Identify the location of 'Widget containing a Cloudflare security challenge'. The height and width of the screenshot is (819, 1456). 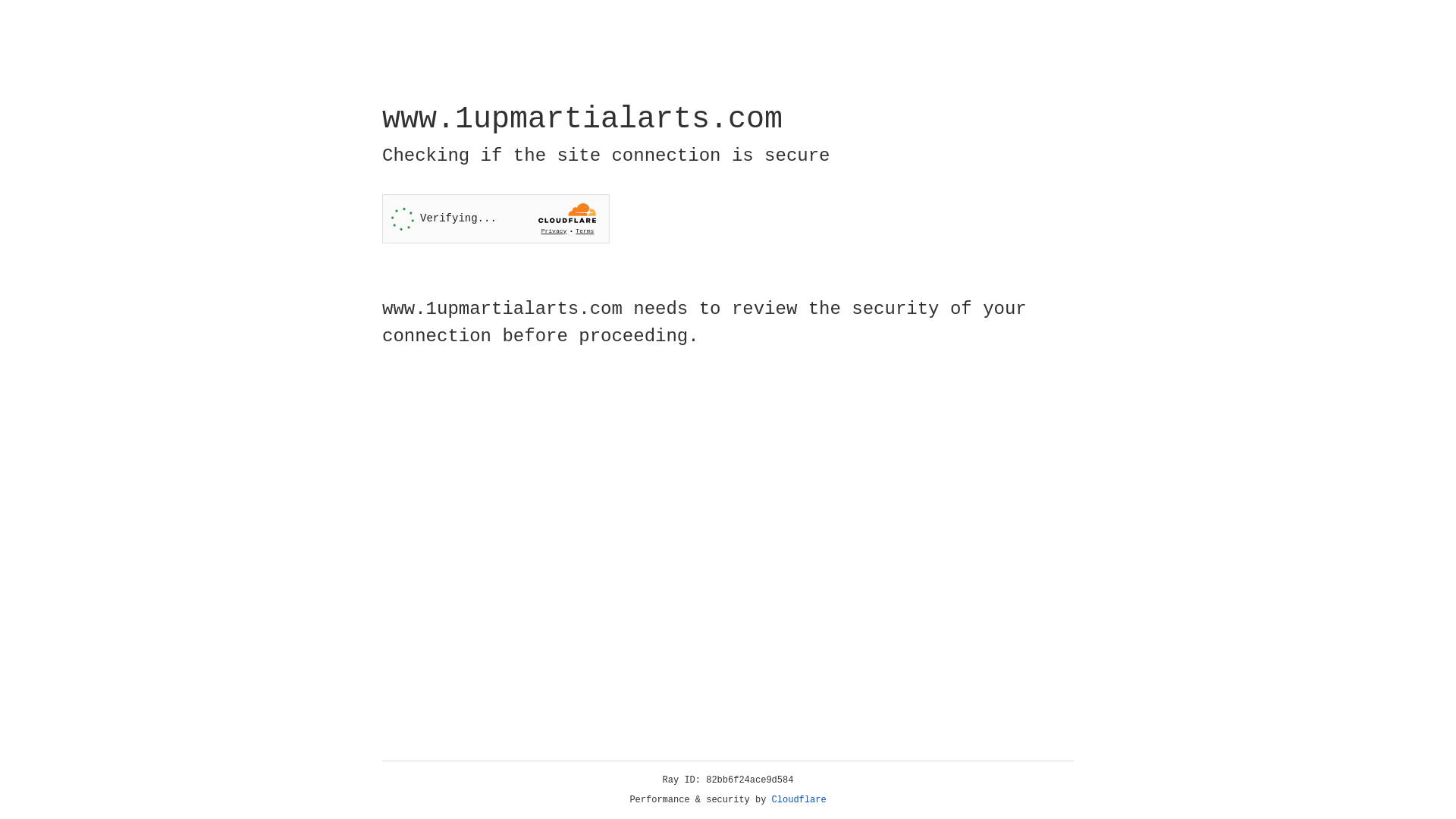
(495, 218).